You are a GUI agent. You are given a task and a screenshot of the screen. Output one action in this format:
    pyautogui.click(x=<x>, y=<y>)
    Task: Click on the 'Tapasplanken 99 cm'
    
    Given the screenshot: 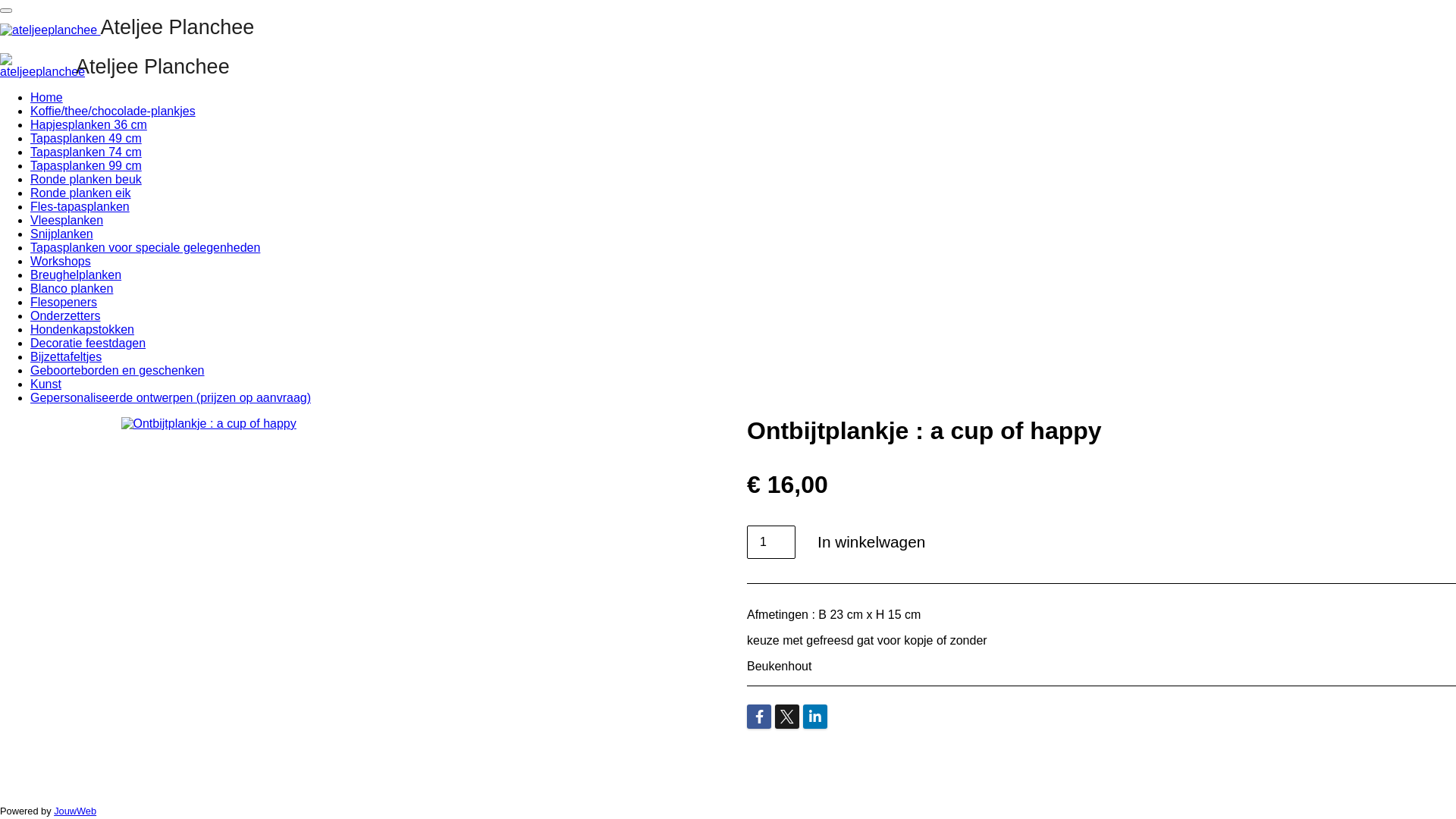 What is the action you would take?
    pyautogui.click(x=85, y=165)
    